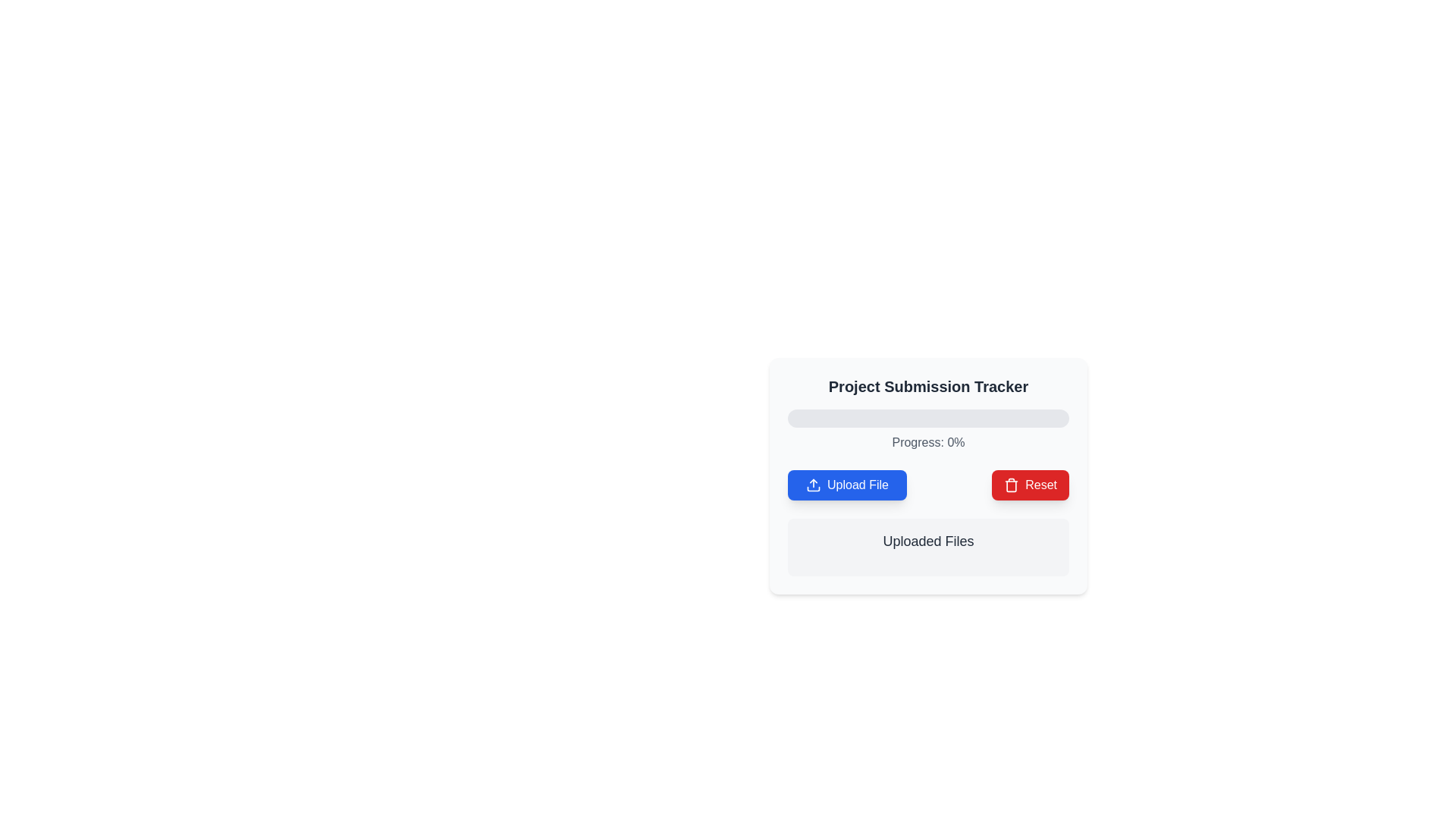  What do you see at coordinates (927, 540) in the screenshot?
I see `the static text label that serves as a heading for the uploaded files section, located in the lower part of the main interface card` at bounding box center [927, 540].